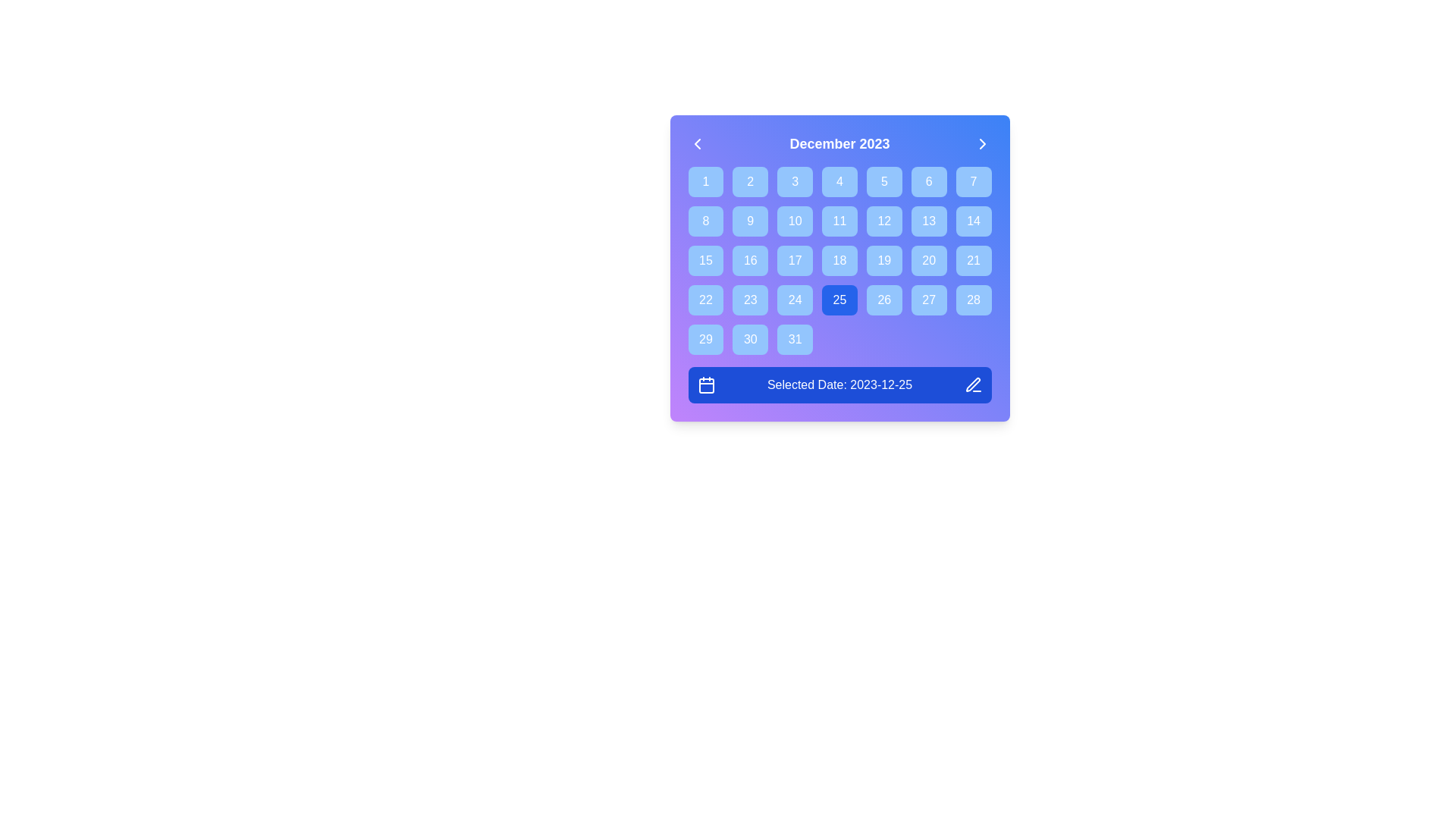 This screenshot has height=819, width=1456. I want to click on the rectangular button with rounded corners labeled '30' in white font on a light blue background, located in the last row and second column under the header 'December 2023', so click(750, 338).